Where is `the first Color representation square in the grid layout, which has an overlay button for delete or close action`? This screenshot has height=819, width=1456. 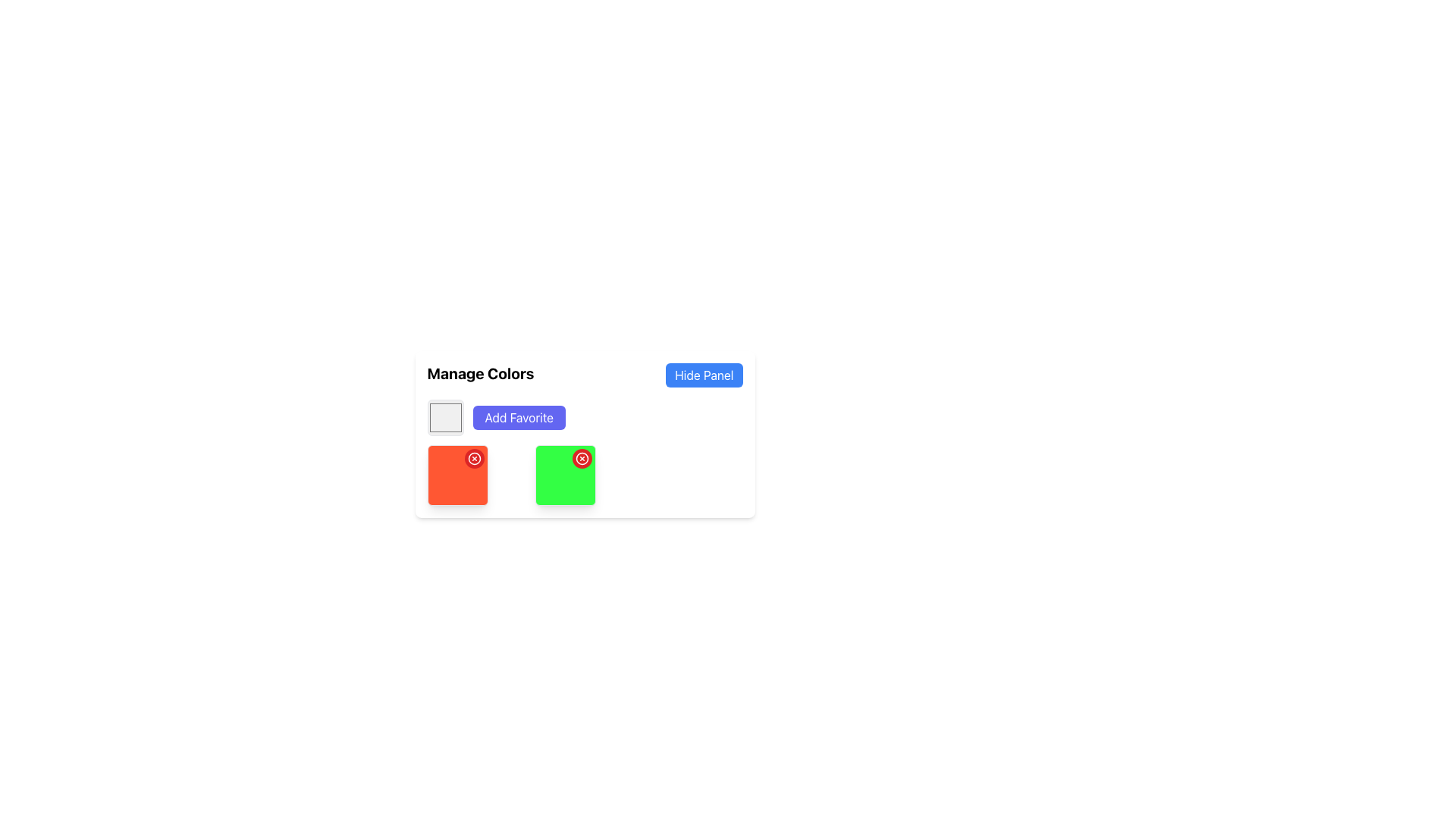
the first Color representation square in the grid layout, which has an overlay button for delete or close action is located at coordinates (457, 475).